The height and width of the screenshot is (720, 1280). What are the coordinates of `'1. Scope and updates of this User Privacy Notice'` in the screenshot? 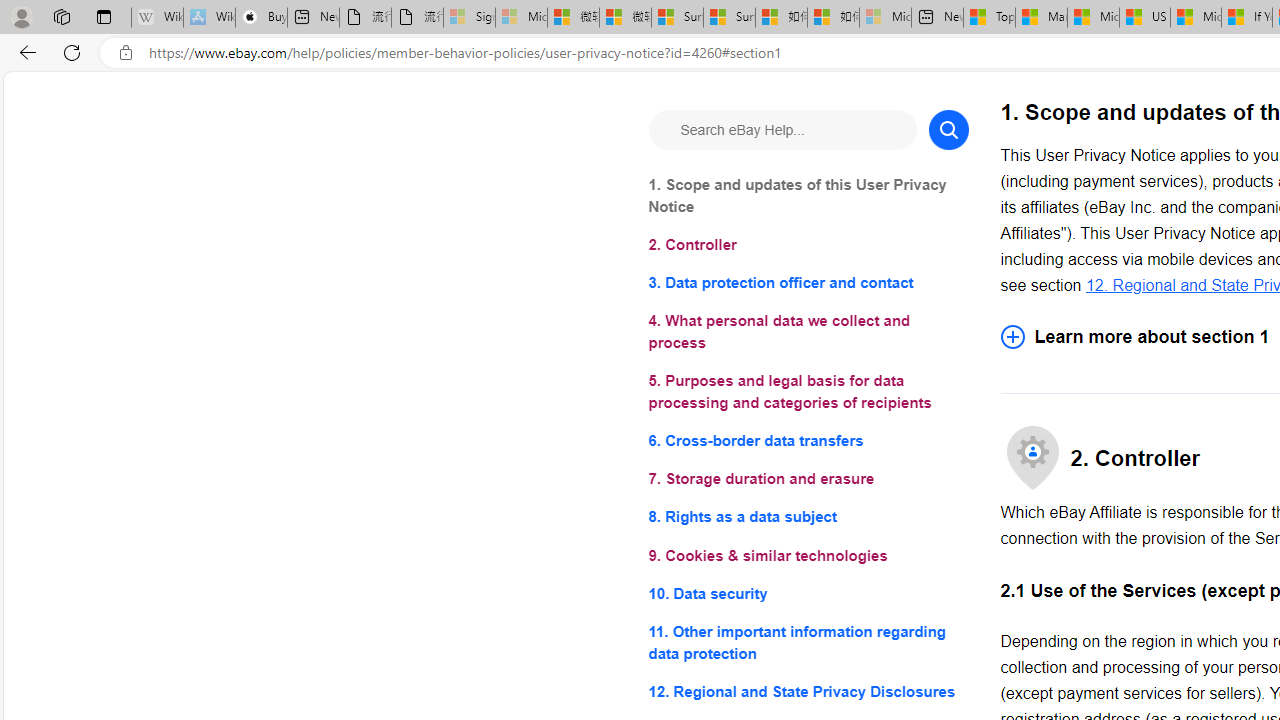 It's located at (808, 196).